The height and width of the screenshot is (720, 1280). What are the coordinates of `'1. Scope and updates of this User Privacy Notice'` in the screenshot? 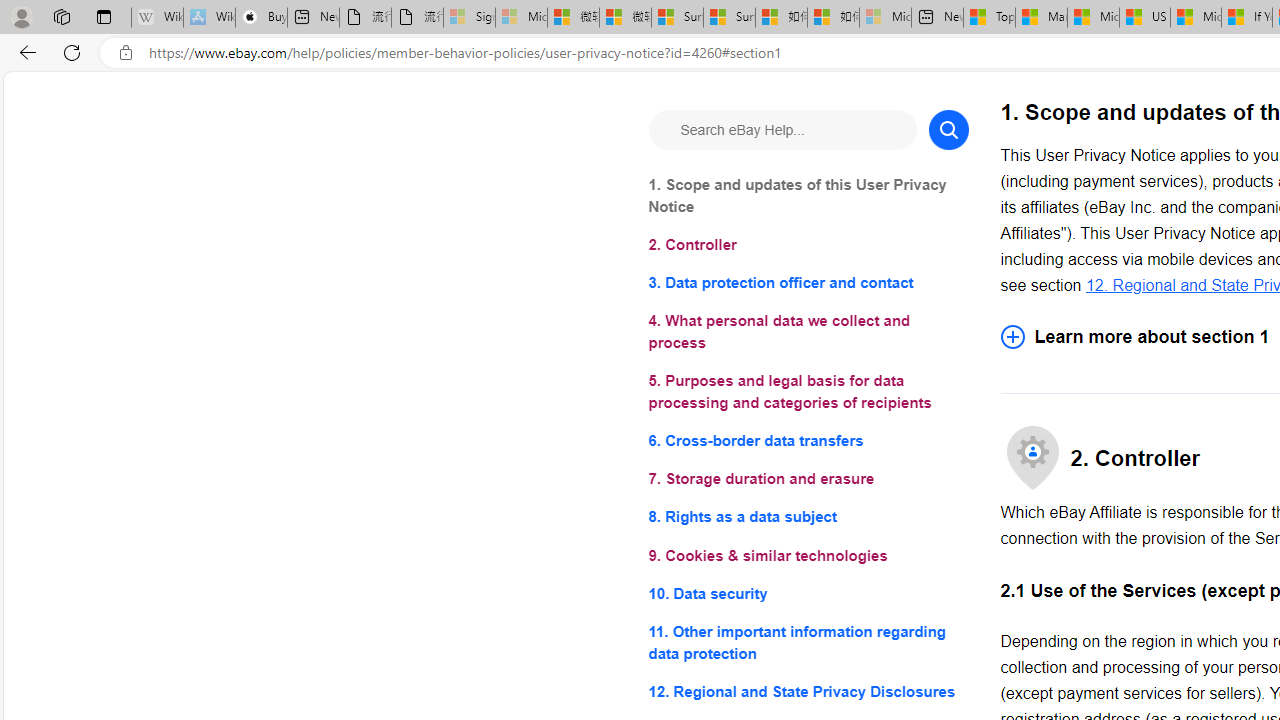 It's located at (808, 196).